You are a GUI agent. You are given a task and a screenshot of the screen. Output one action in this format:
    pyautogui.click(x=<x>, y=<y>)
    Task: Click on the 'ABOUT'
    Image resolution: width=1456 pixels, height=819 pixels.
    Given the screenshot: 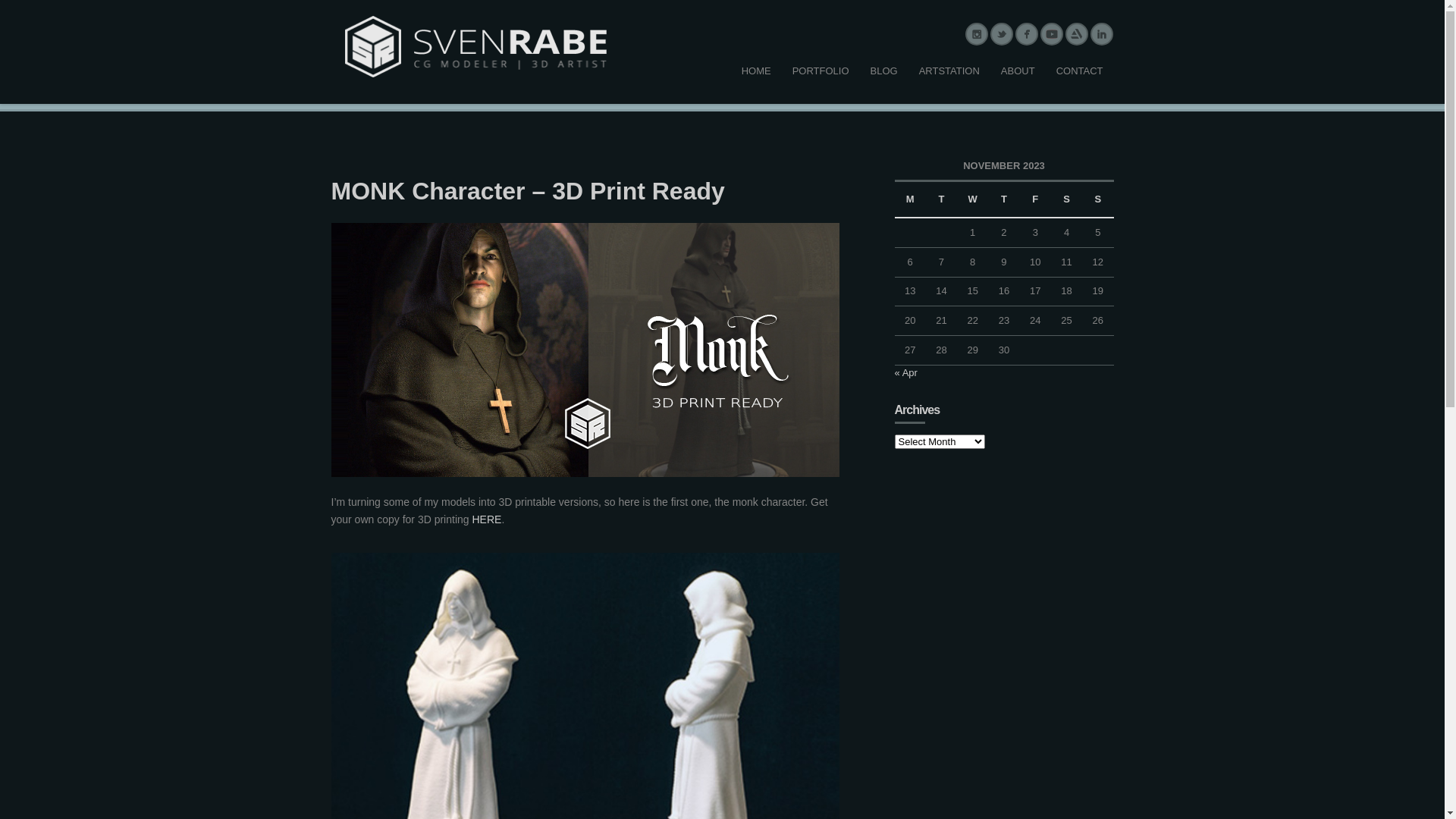 What is the action you would take?
    pyautogui.click(x=990, y=71)
    